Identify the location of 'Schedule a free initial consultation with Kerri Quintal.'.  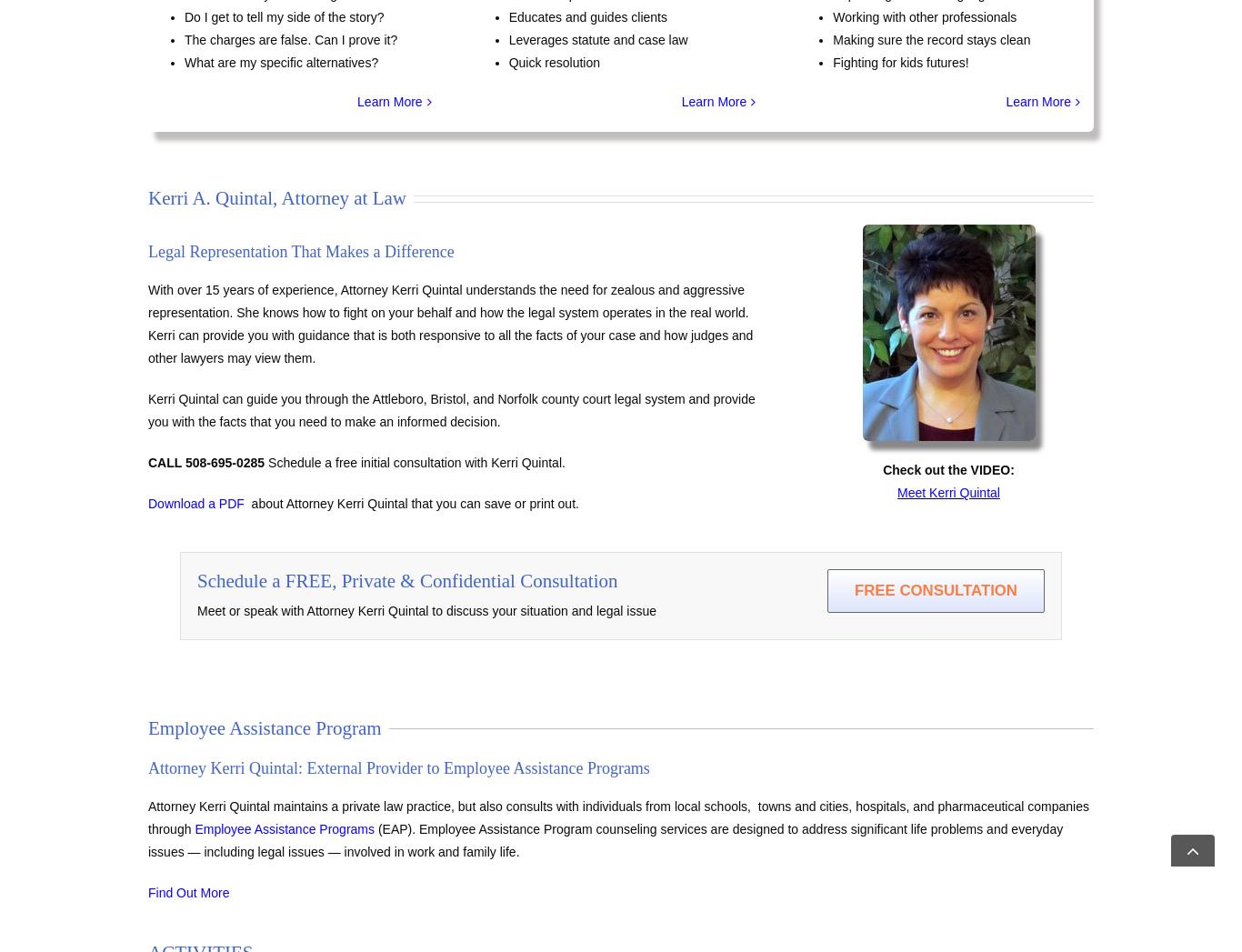
(413, 462).